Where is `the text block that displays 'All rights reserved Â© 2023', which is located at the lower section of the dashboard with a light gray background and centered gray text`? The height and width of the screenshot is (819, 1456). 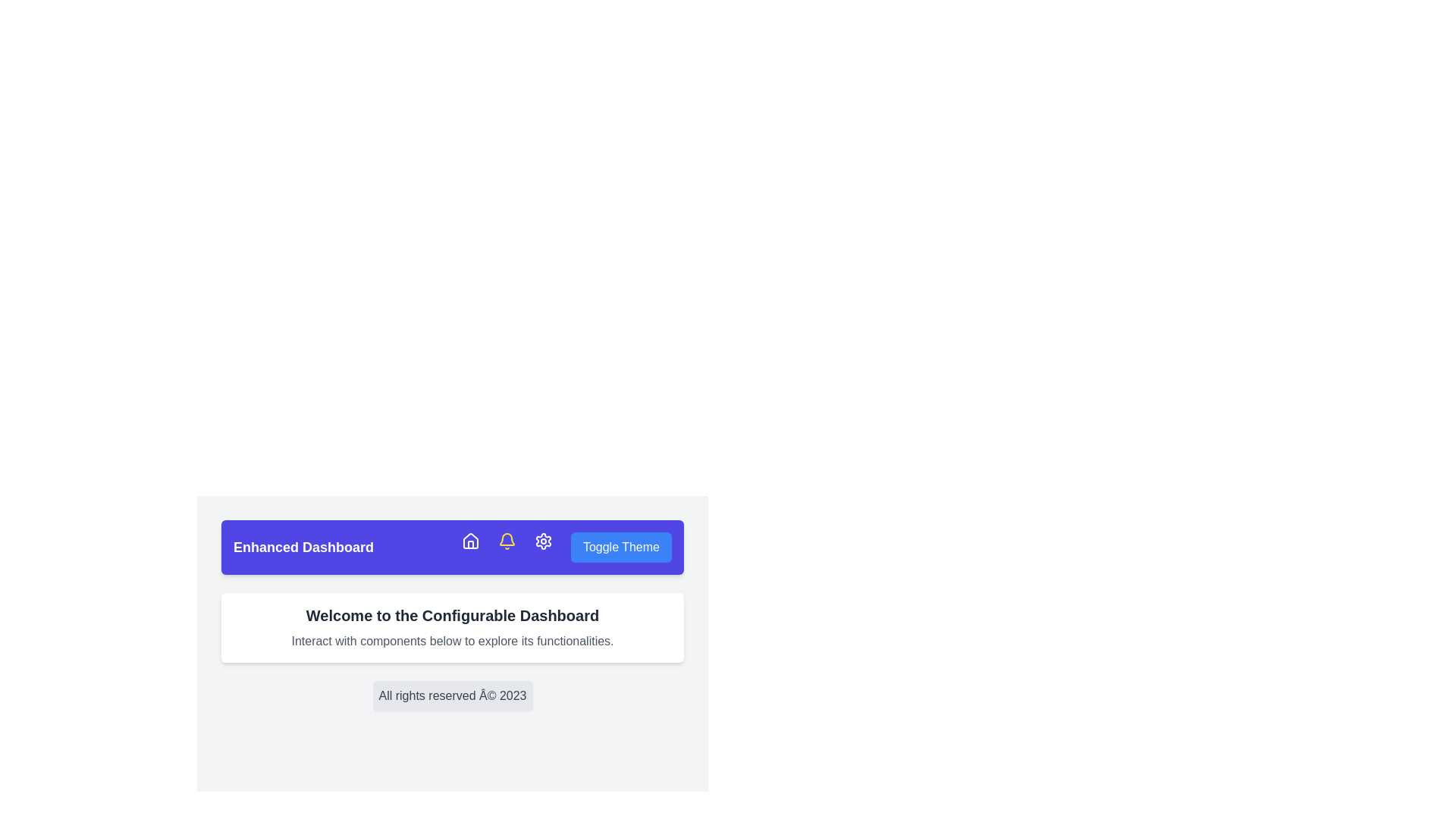 the text block that displays 'All rights reserved Â© 2023', which is located at the lower section of the dashboard with a light gray background and centered gray text is located at coordinates (451, 696).